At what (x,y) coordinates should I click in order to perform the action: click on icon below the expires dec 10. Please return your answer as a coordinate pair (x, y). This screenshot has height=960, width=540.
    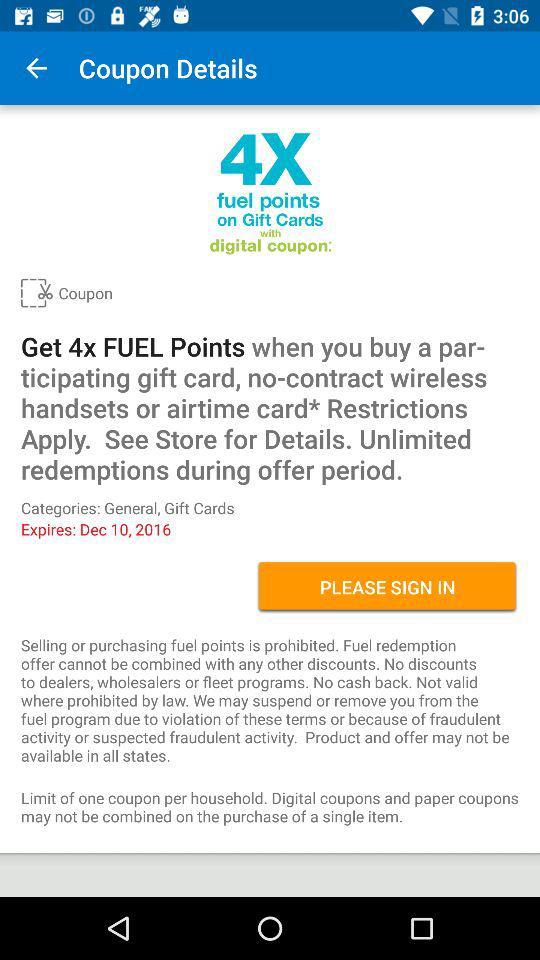
    Looking at the image, I should click on (387, 587).